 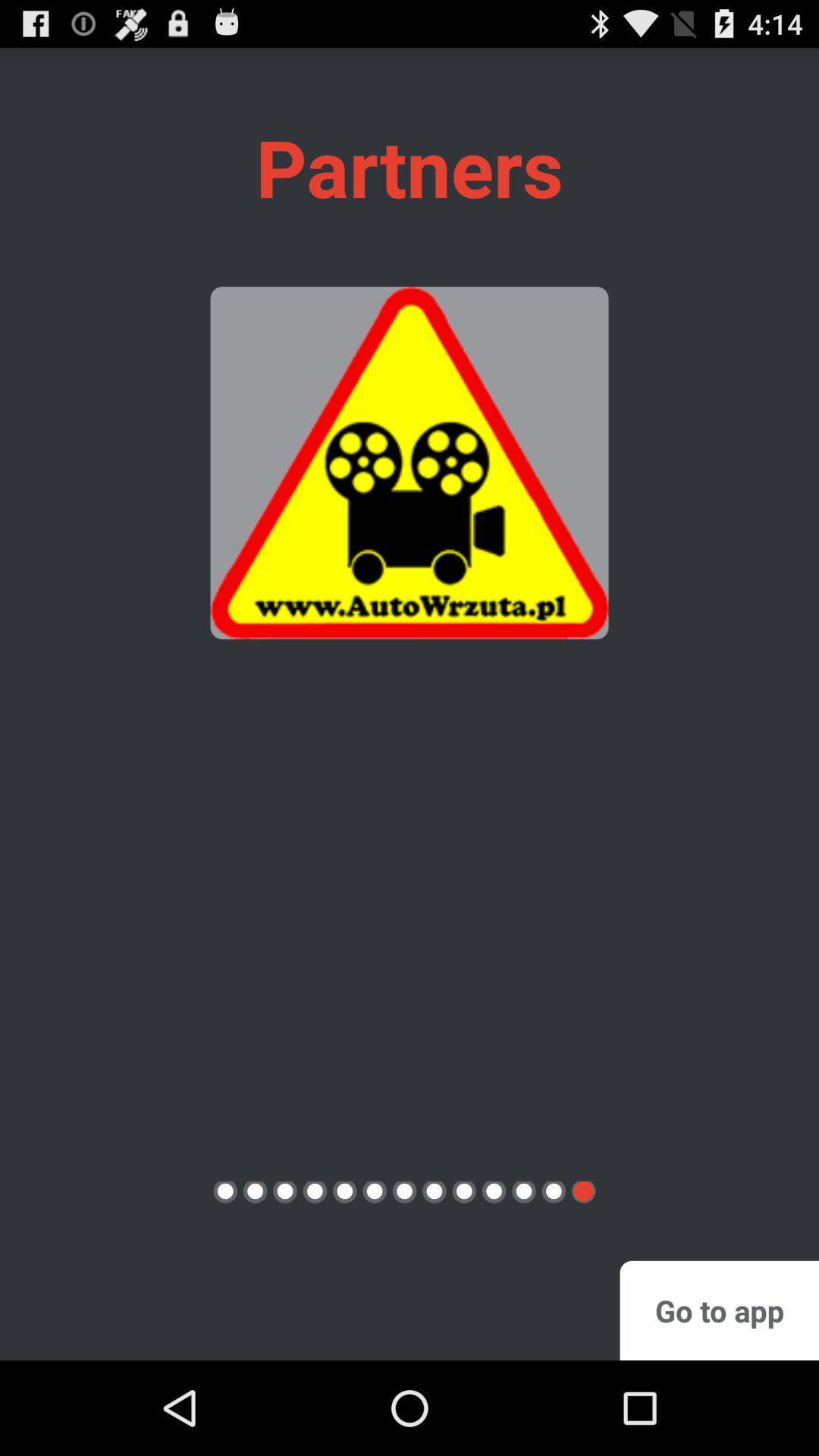 What do you see at coordinates (718, 1310) in the screenshot?
I see `go to app button` at bounding box center [718, 1310].